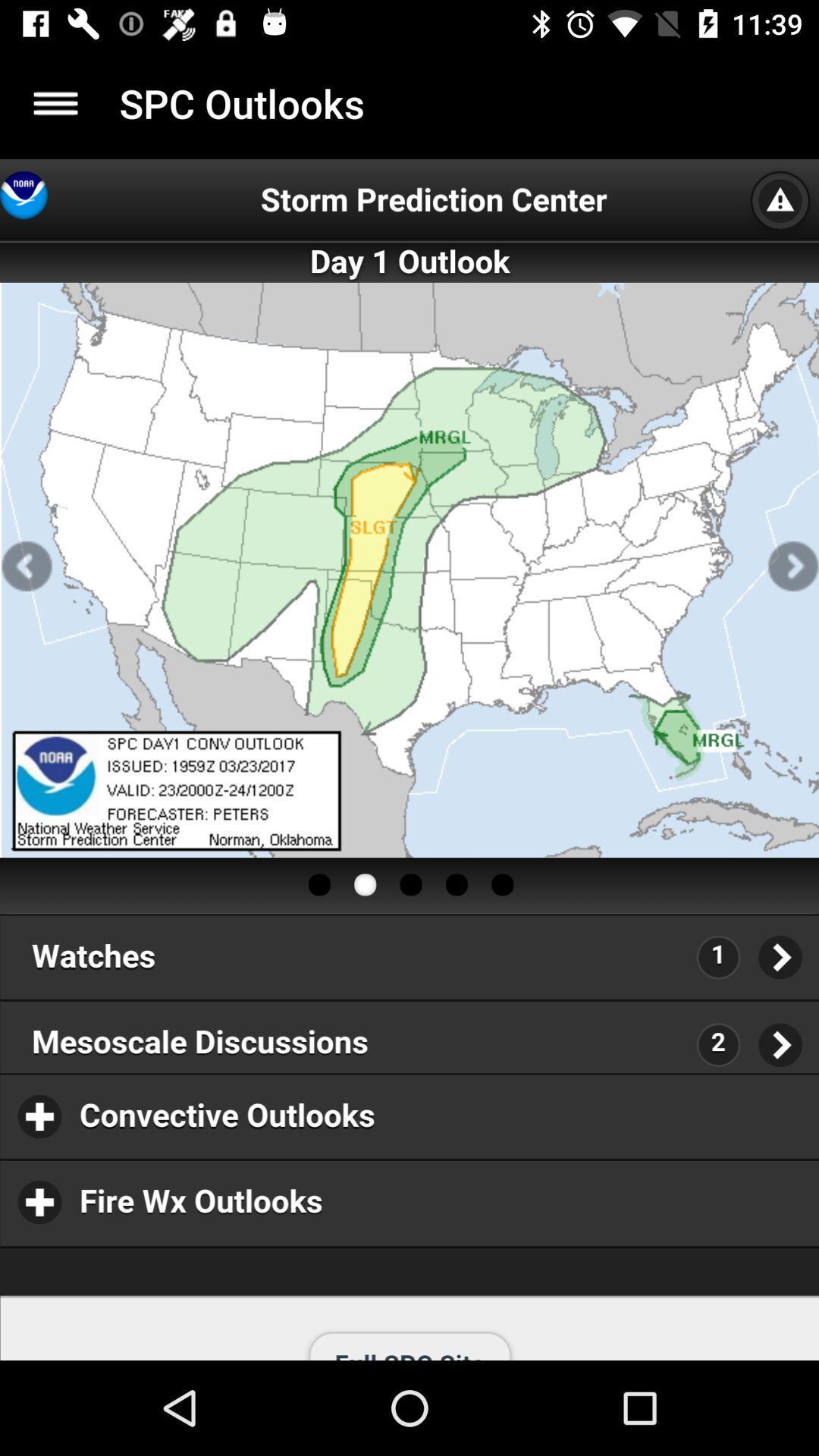  What do you see at coordinates (55, 102) in the screenshot?
I see `the menu icon` at bounding box center [55, 102].